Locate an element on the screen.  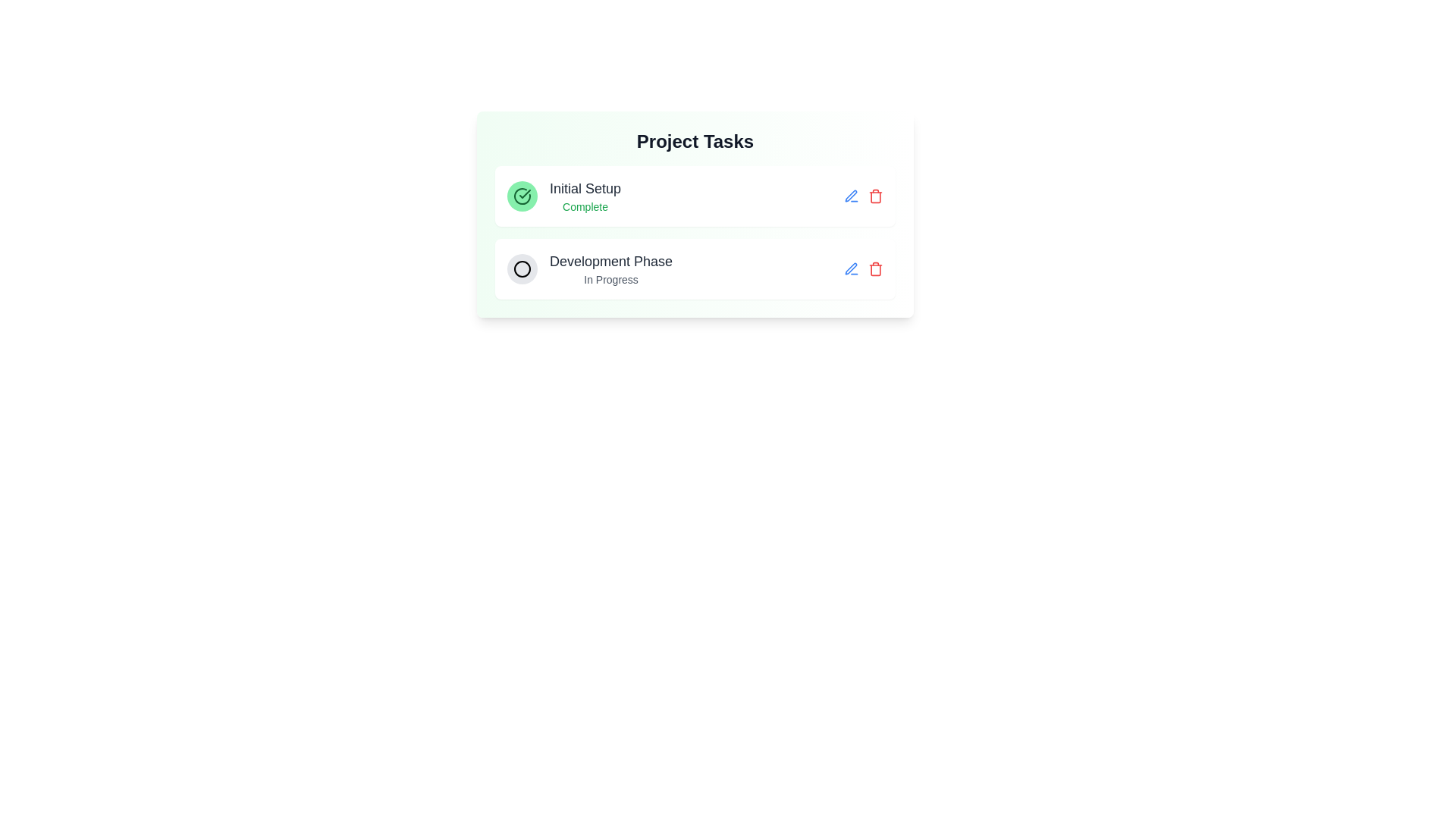
the graphical icon element that indicates the 'Initial Setup' task is complete, located within the green circular button at the far left of the task row is located at coordinates (522, 195).